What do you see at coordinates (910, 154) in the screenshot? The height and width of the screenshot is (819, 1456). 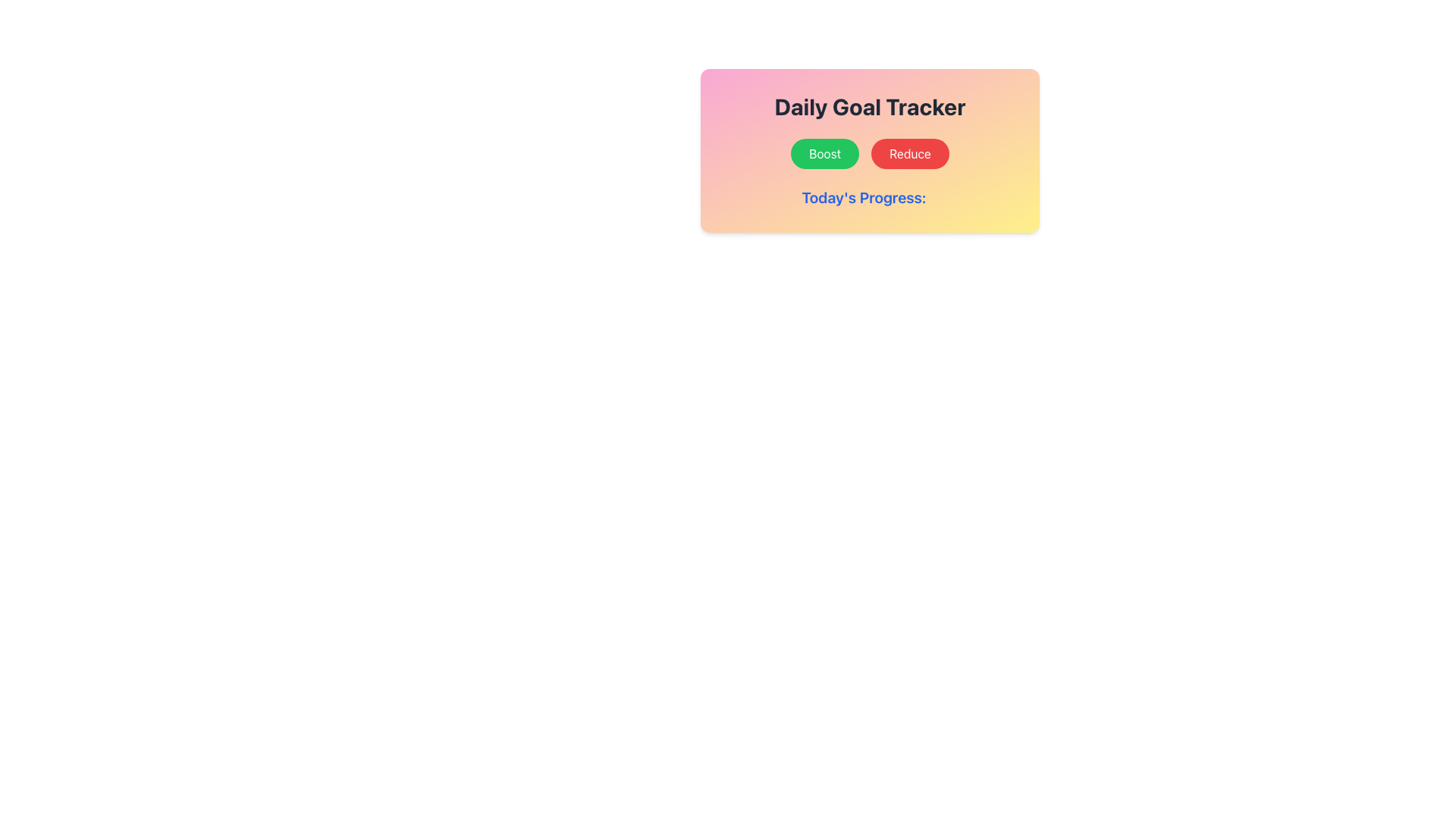 I see `the rightmost button labeled 'Reduce' with a red background` at bounding box center [910, 154].